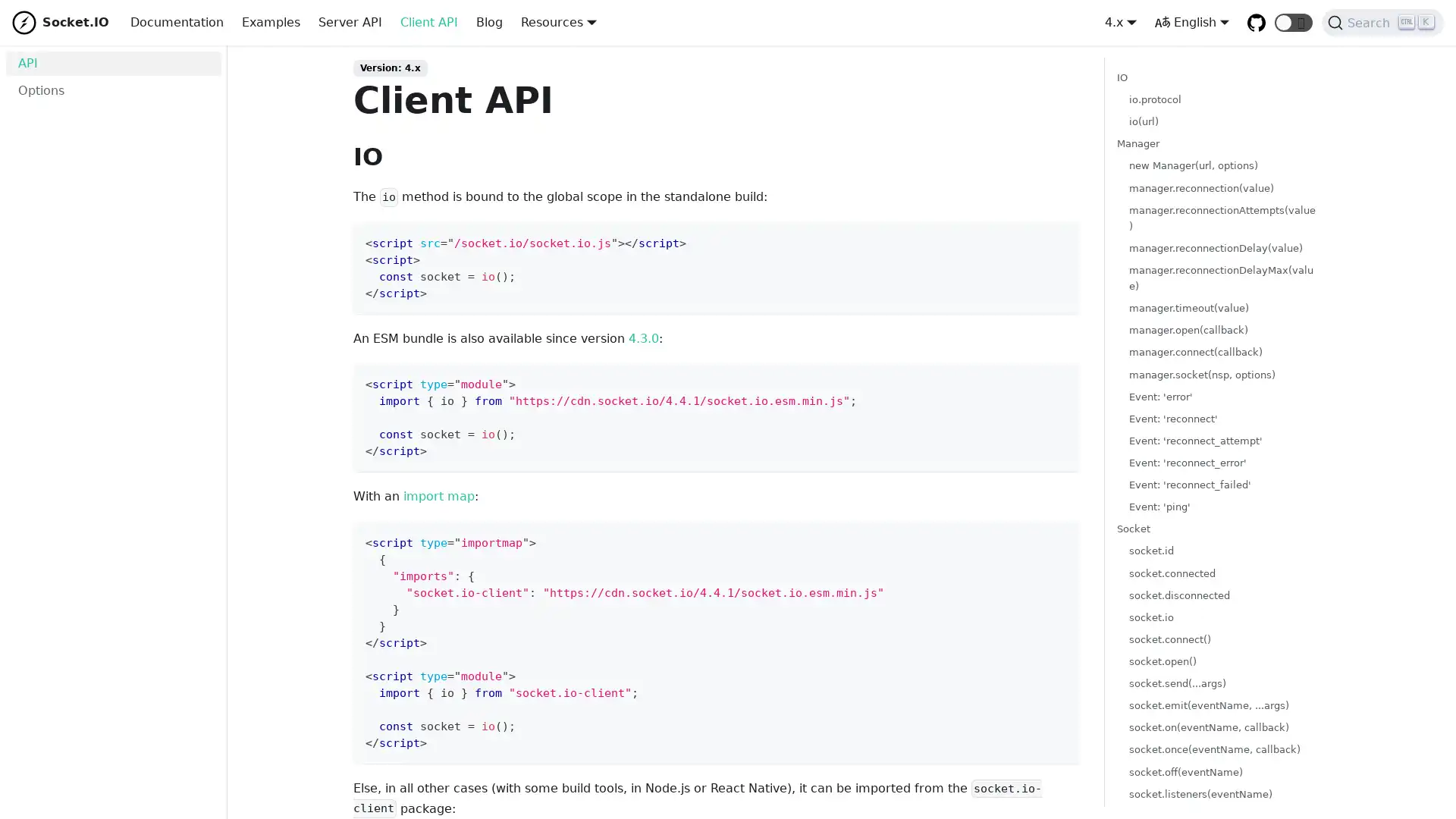  I want to click on Search, so click(1382, 23).